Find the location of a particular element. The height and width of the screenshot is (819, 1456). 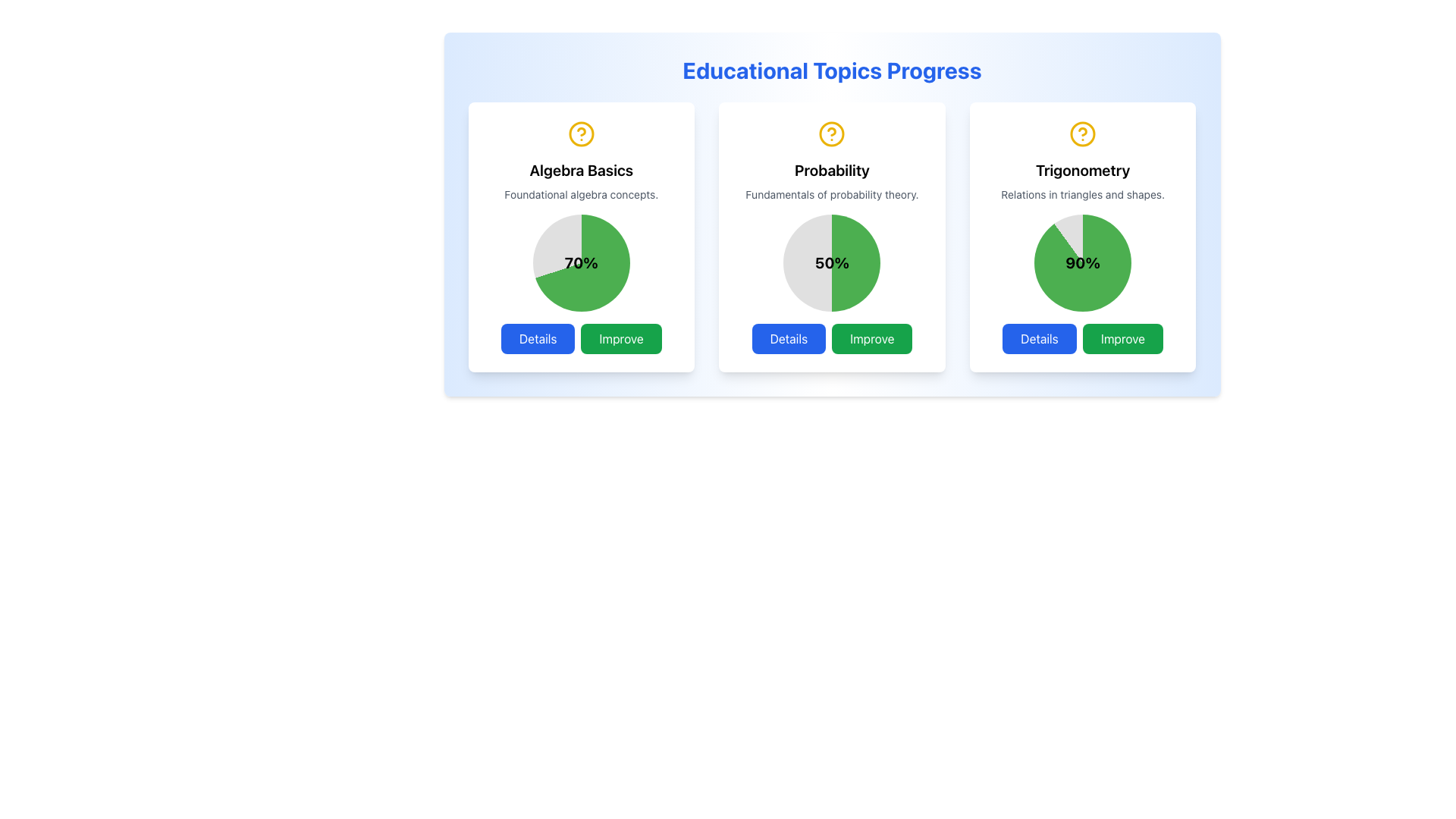

the 'Details' button, which is a rectangular button with a blue background and rounded edges, located to the left of the 'Improve' button in the 'Probability' section of the educational topic cards is located at coordinates (789, 338).